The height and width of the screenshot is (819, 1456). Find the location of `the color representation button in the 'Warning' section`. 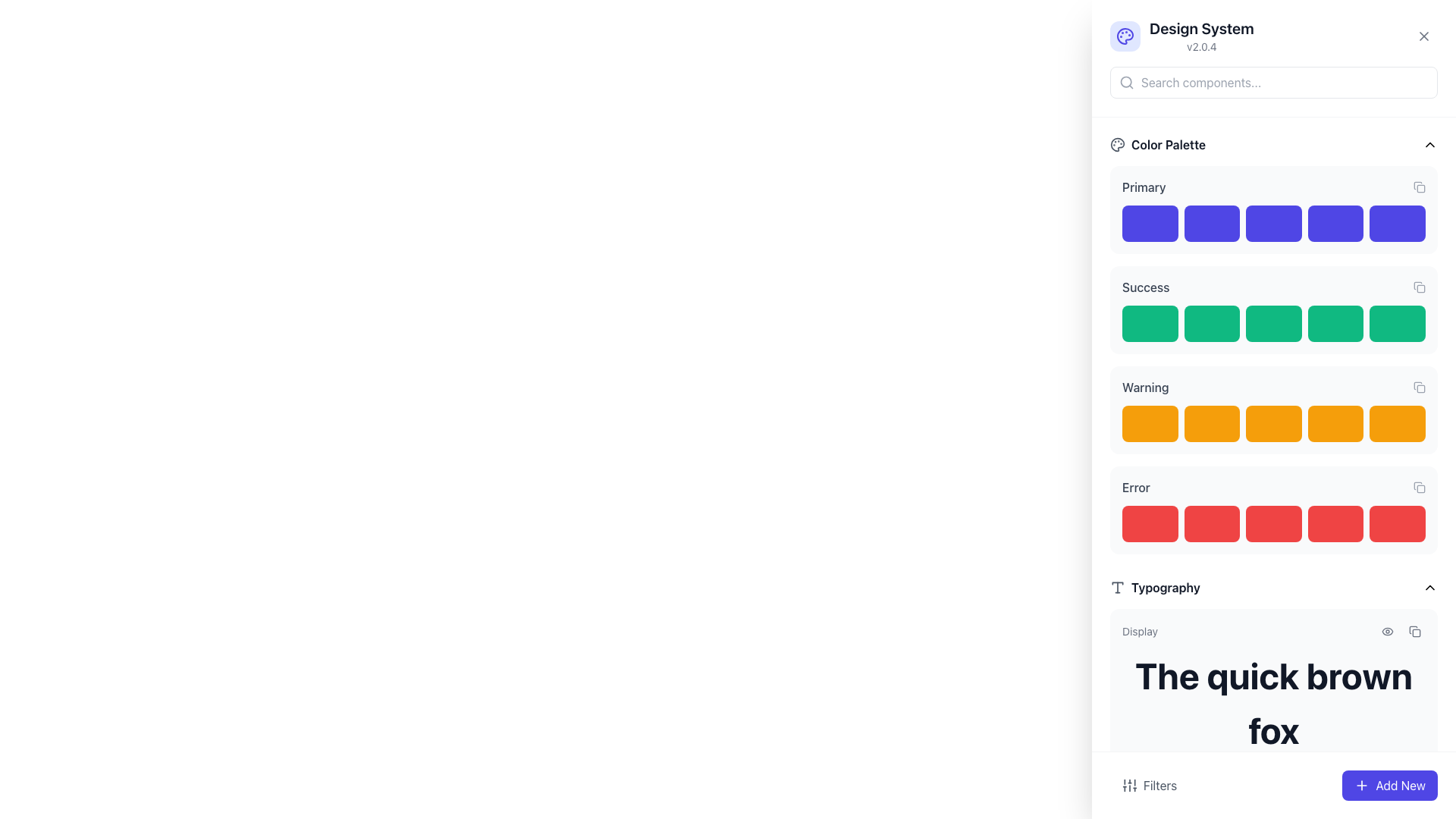

the color representation button in the 'Warning' section is located at coordinates (1150, 424).